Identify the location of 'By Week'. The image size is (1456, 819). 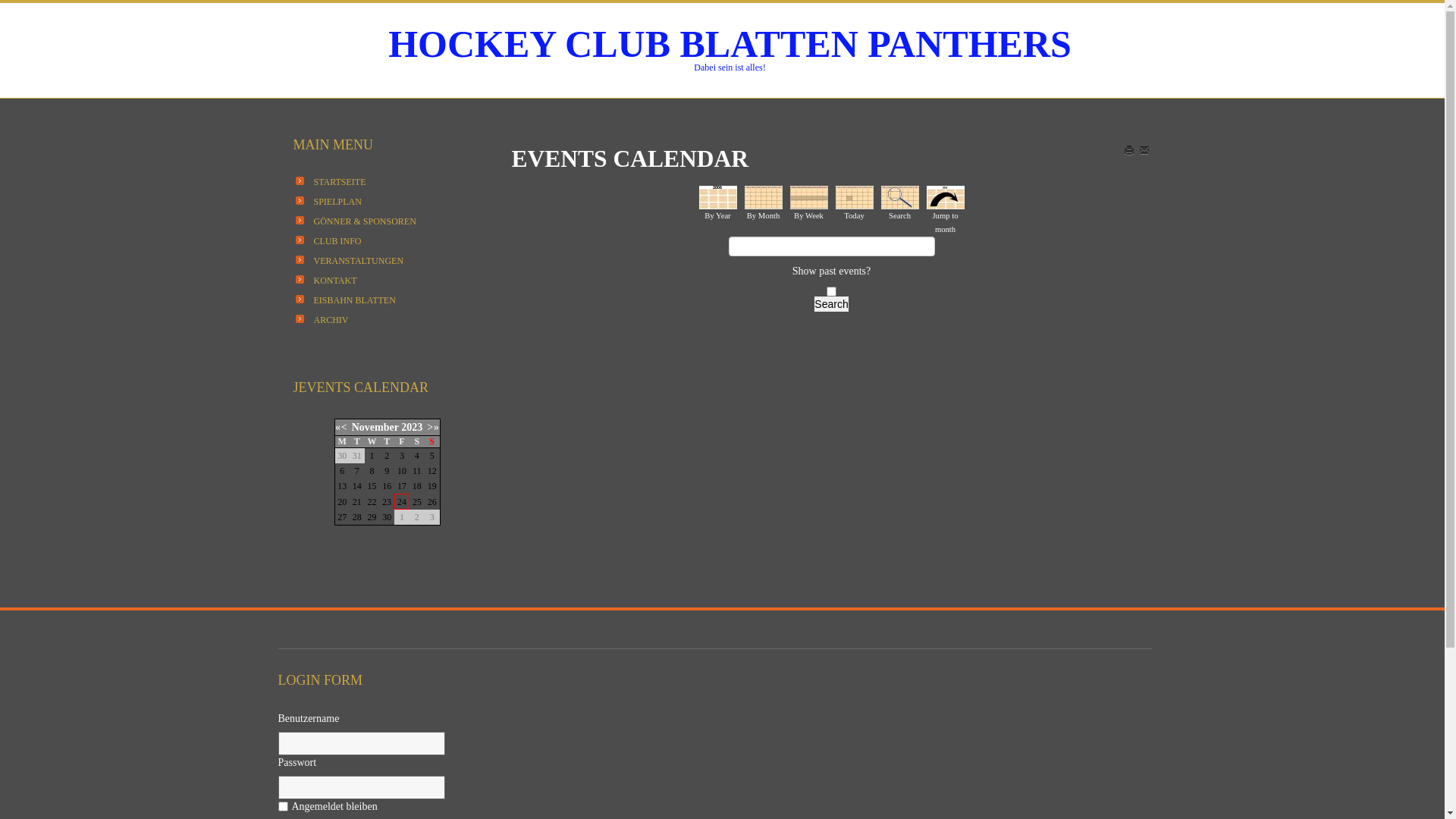
(808, 196).